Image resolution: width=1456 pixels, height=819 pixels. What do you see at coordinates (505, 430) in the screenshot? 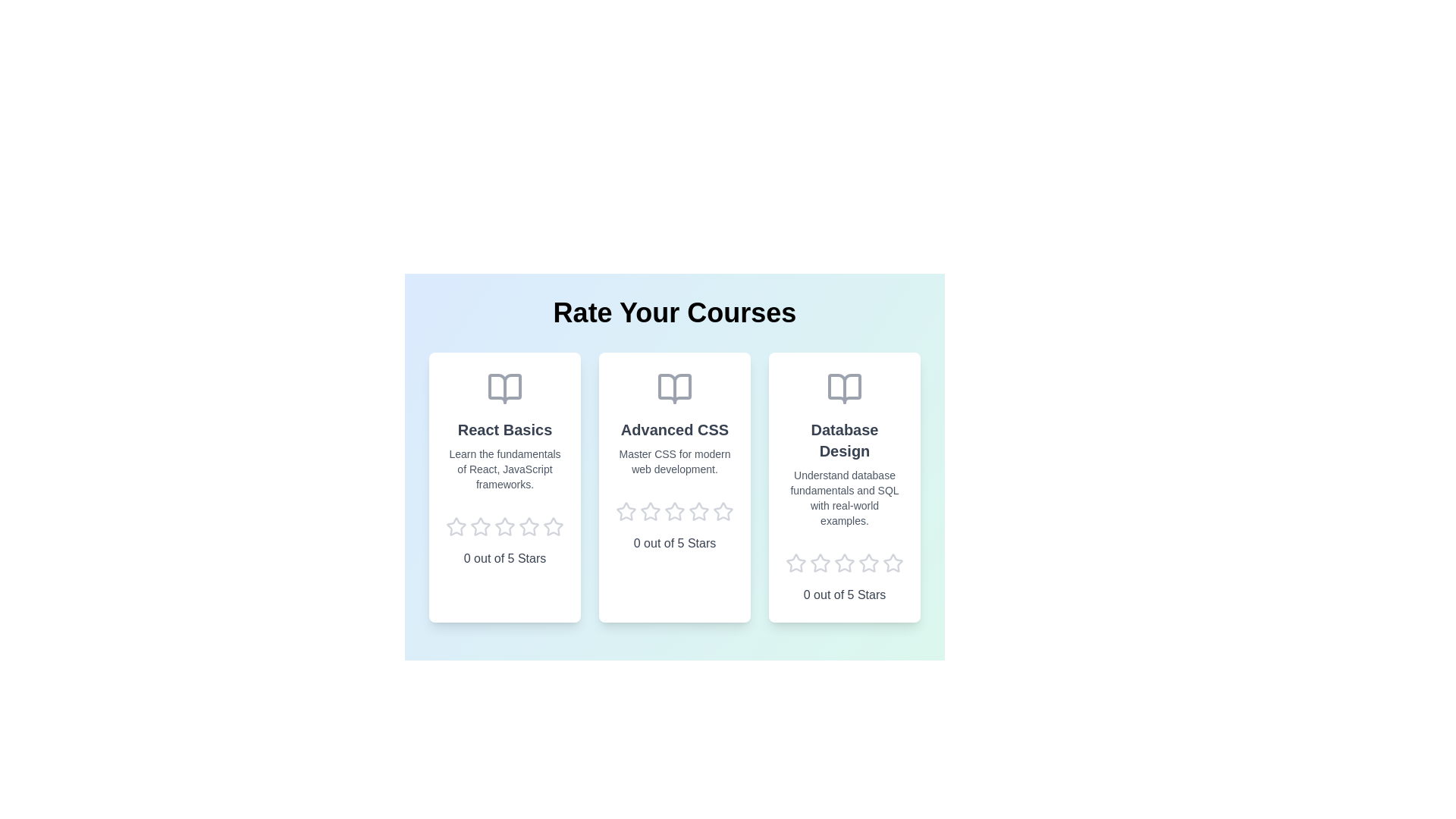
I see `the course title to display its description` at bounding box center [505, 430].